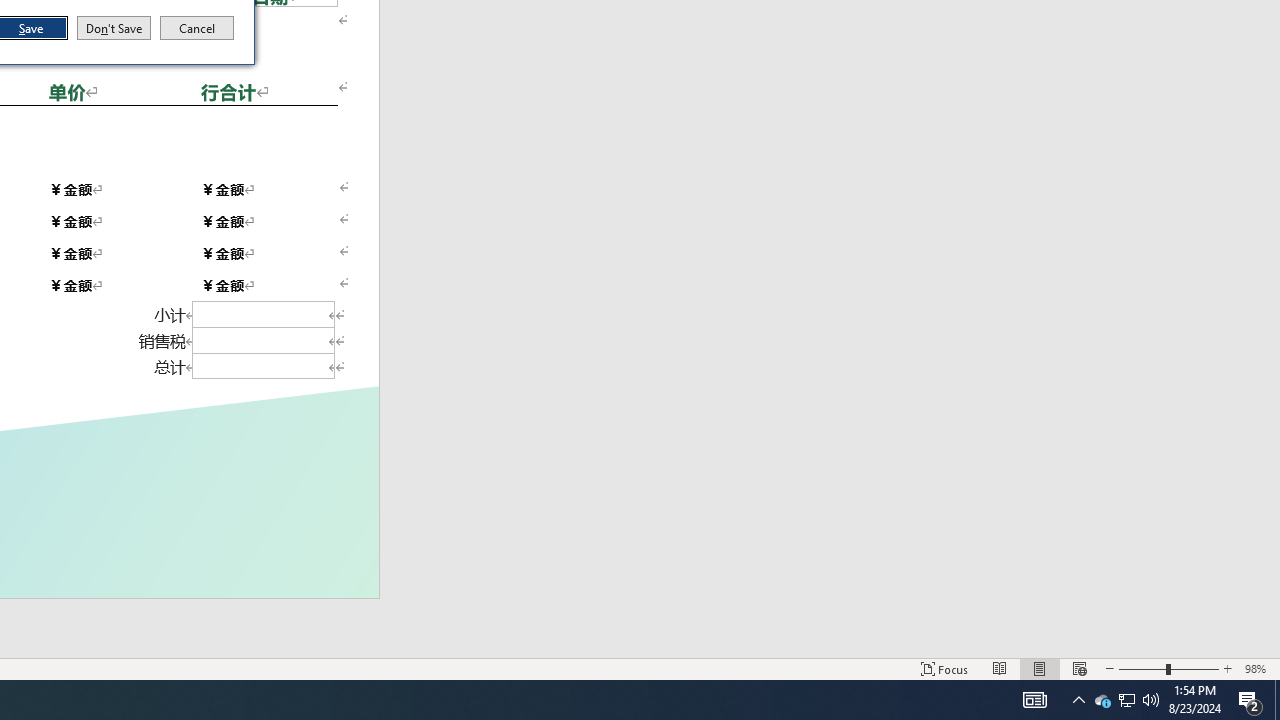 The width and height of the screenshot is (1280, 720). Describe the element at coordinates (112, 28) in the screenshot. I see `'Don'` at that location.